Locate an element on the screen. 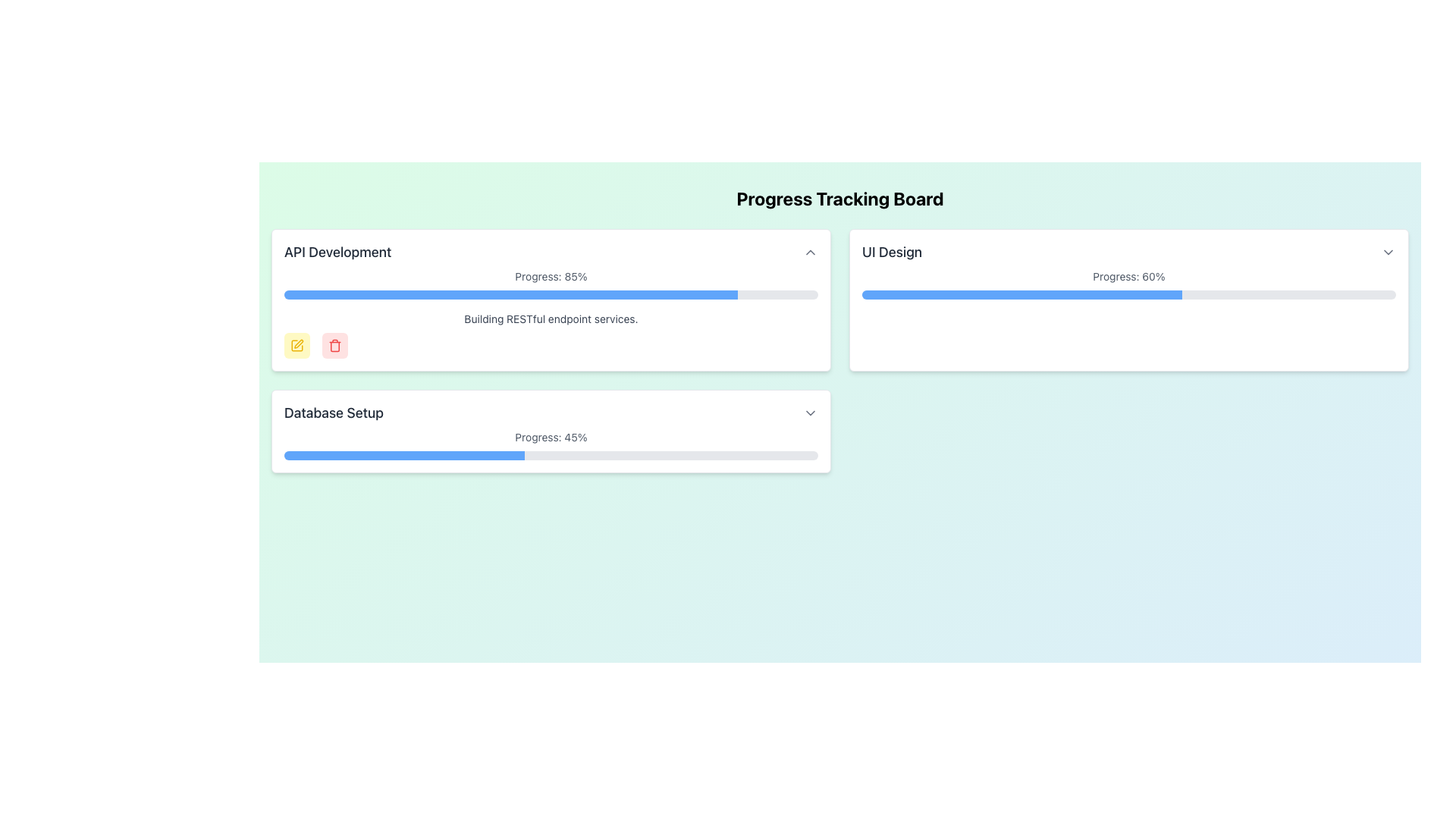 This screenshot has width=1456, height=819. current progress percentage displayed in the static text element located within the 'Database Setup' card, which shows '45%' is located at coordinates (550, 438).